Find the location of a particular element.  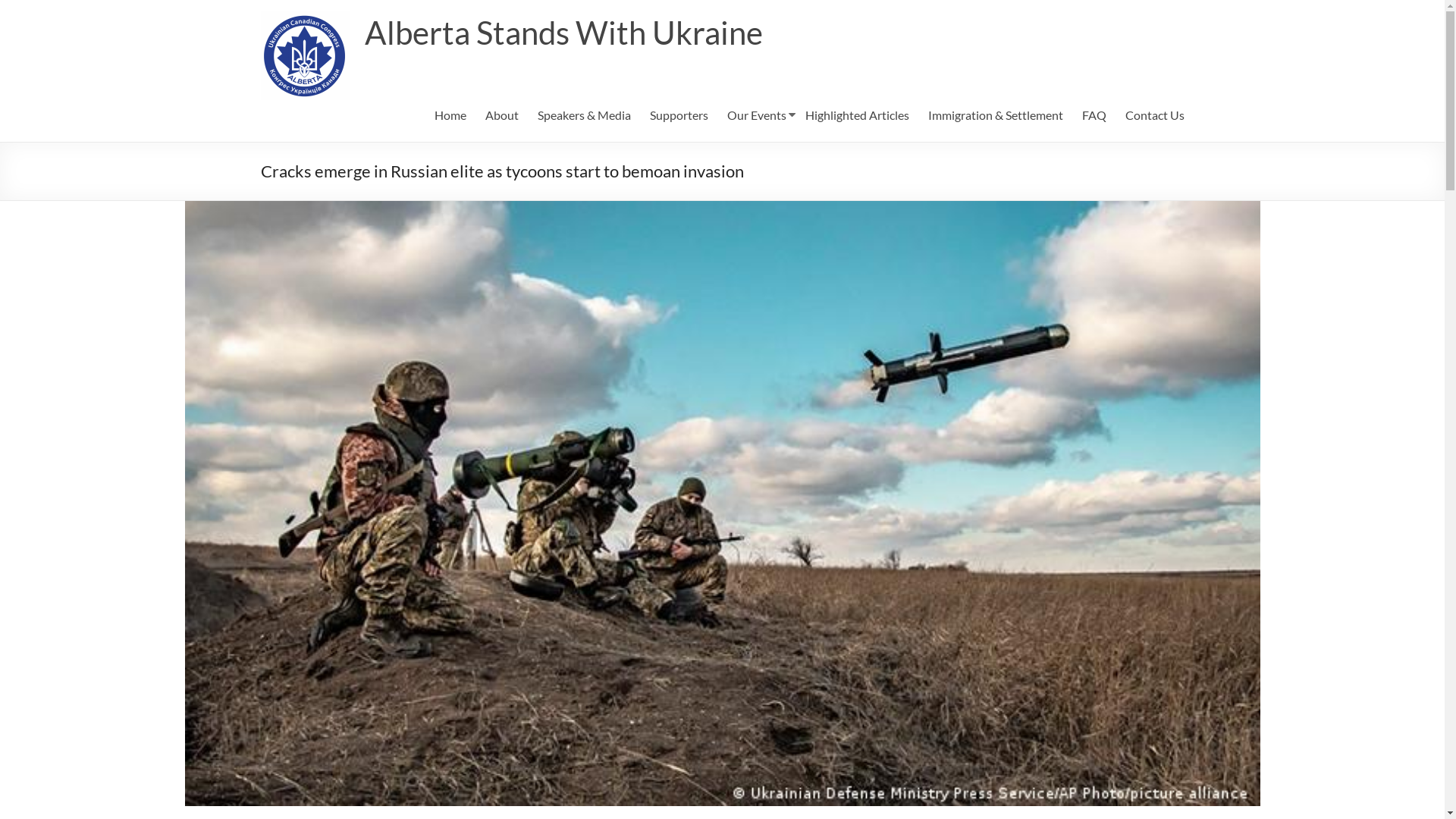

'Highlighted Articles' is located at coordinates (857, 114).